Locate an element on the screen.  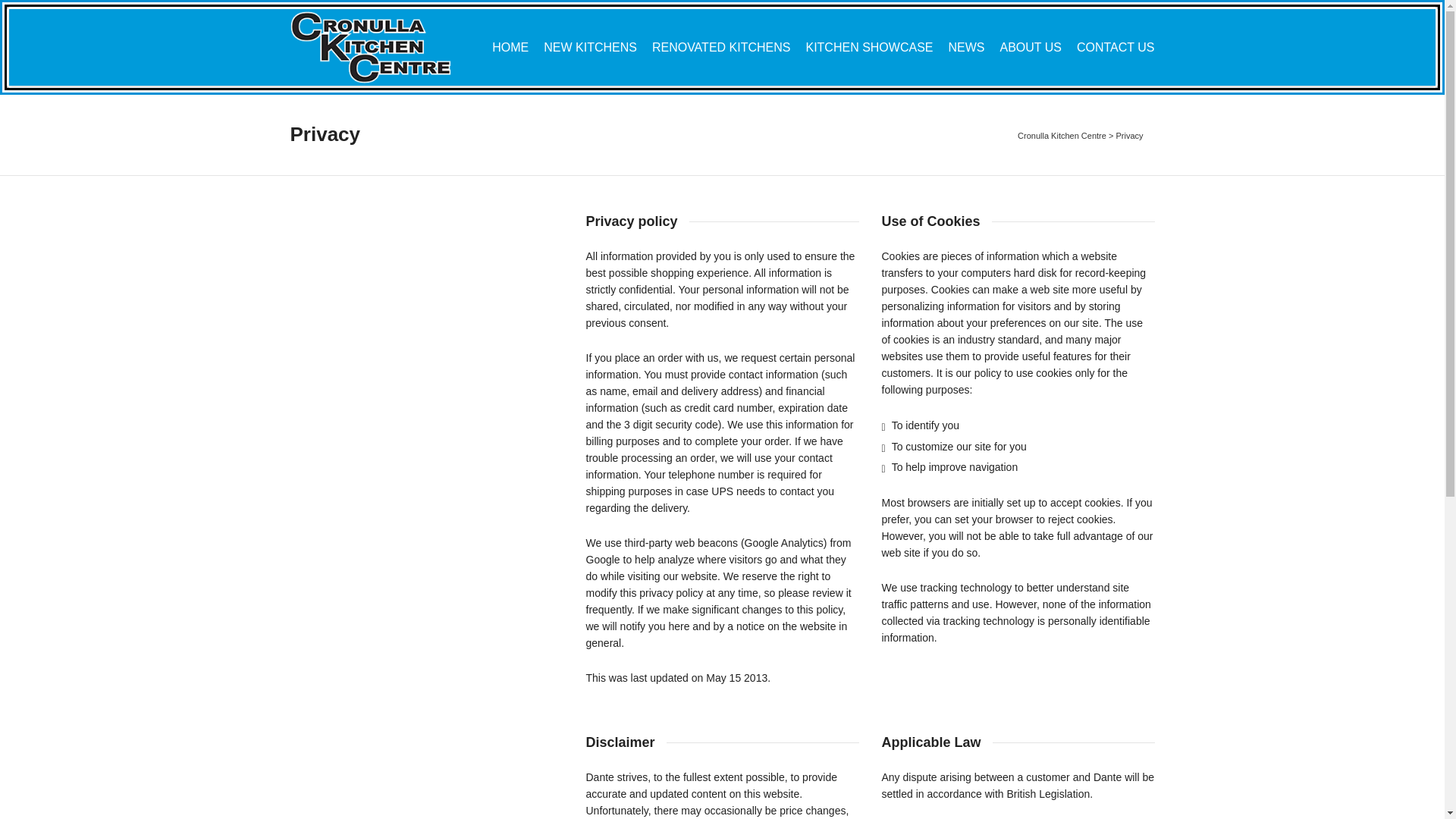
'ABOUT US' is located at coordinates (1030, 48).